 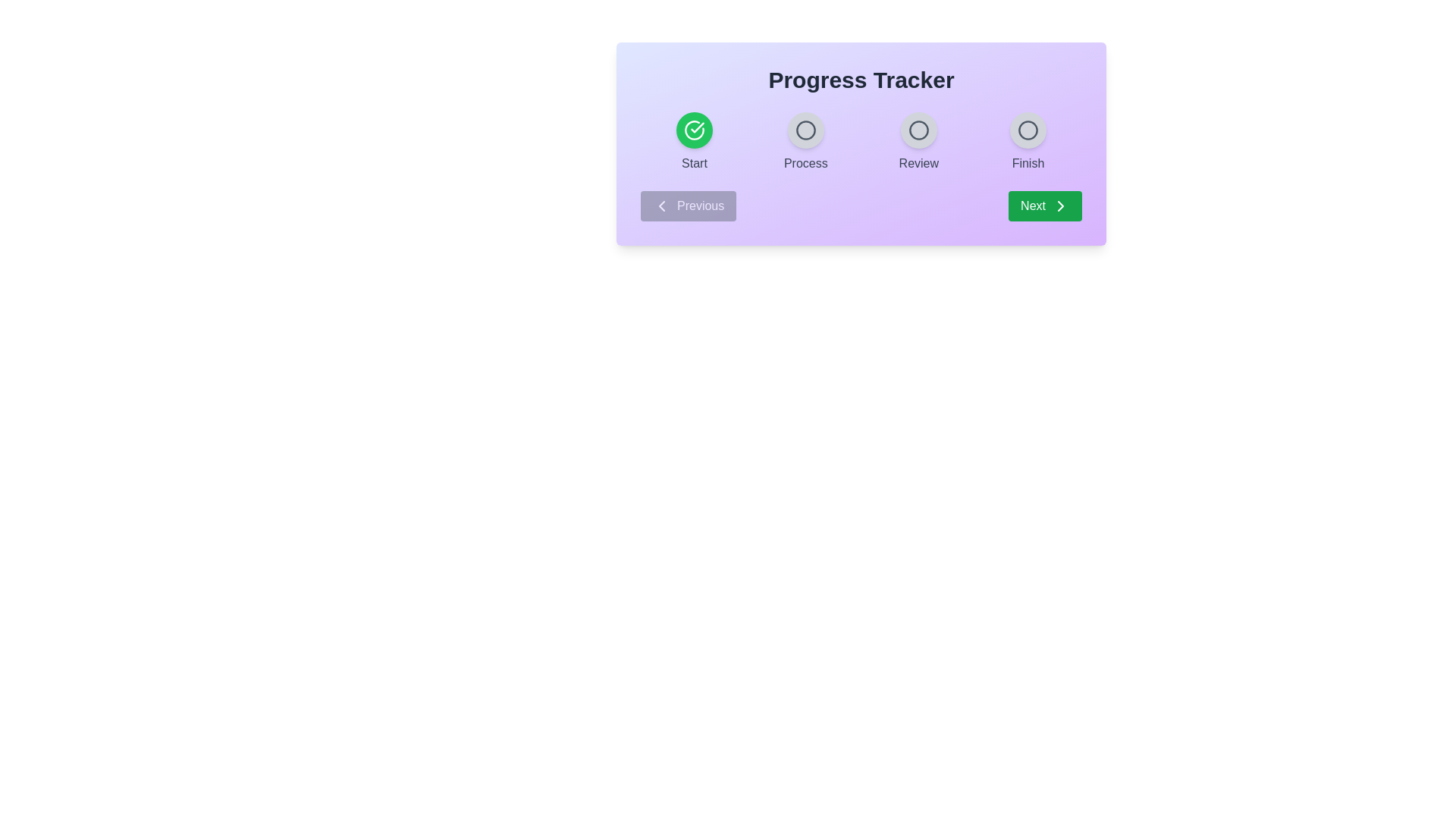 What do you see at coordinates (688, 206) in the screenshot?
I see `disabled navigation button on the left side of the 'Next' button in the navigation bar, which is currently inactive and cannot be clicked` at bounding box center [688, 206].